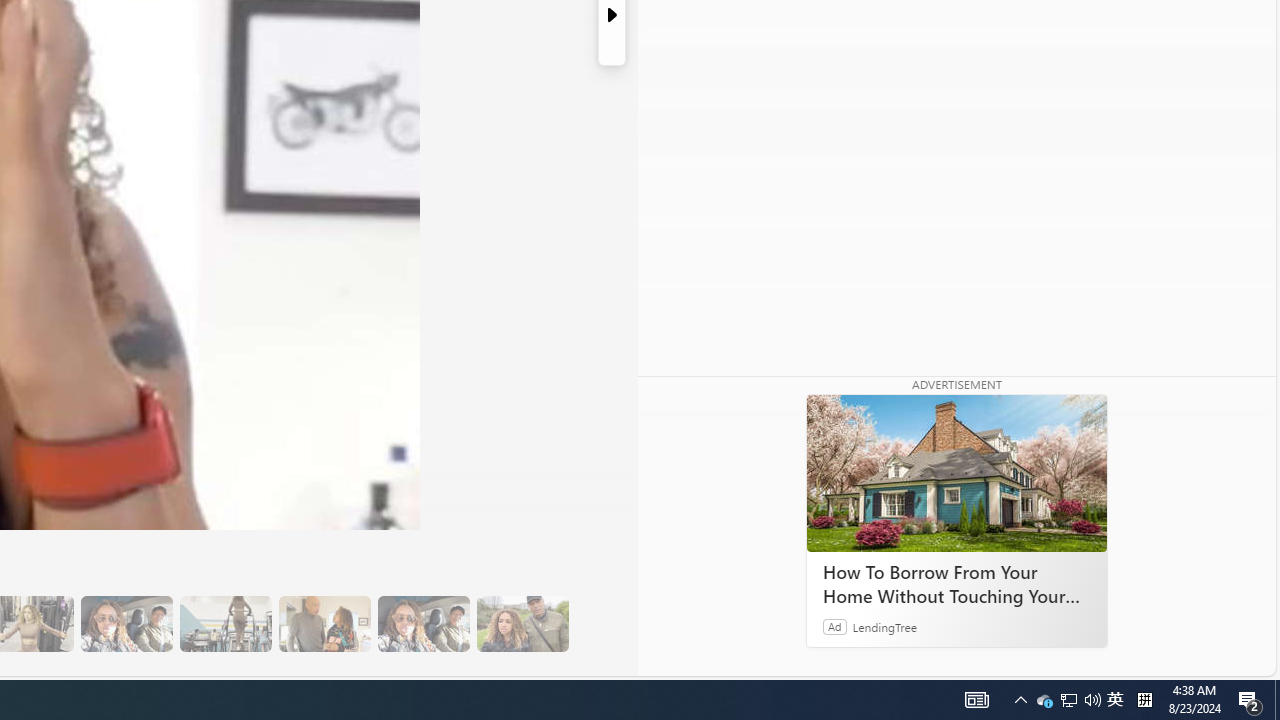 The width and height of the screenshot is (1280, 720). What do you see at coordinates (884, 625) in the screenshot?
I see `'LendingTree'` at bounding box center [884, 625].